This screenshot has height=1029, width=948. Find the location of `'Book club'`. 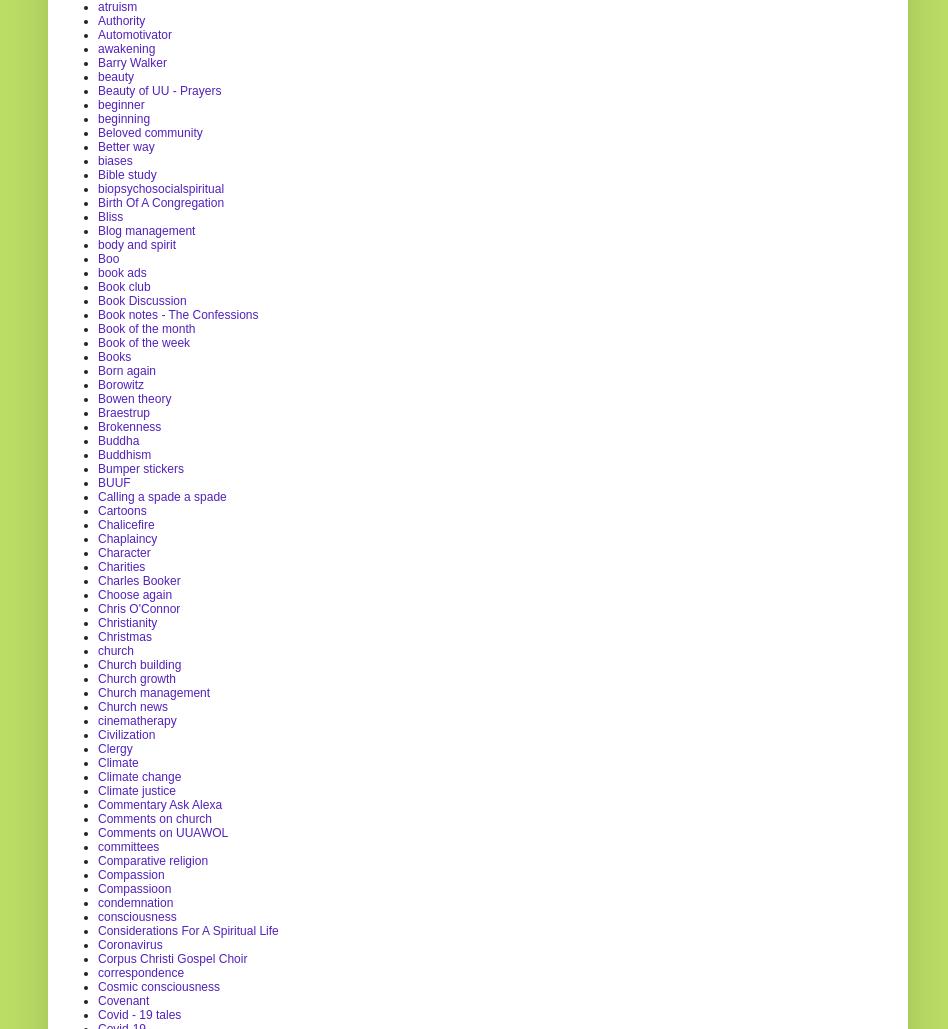

'Book club' is located at coordinates (122, 284).